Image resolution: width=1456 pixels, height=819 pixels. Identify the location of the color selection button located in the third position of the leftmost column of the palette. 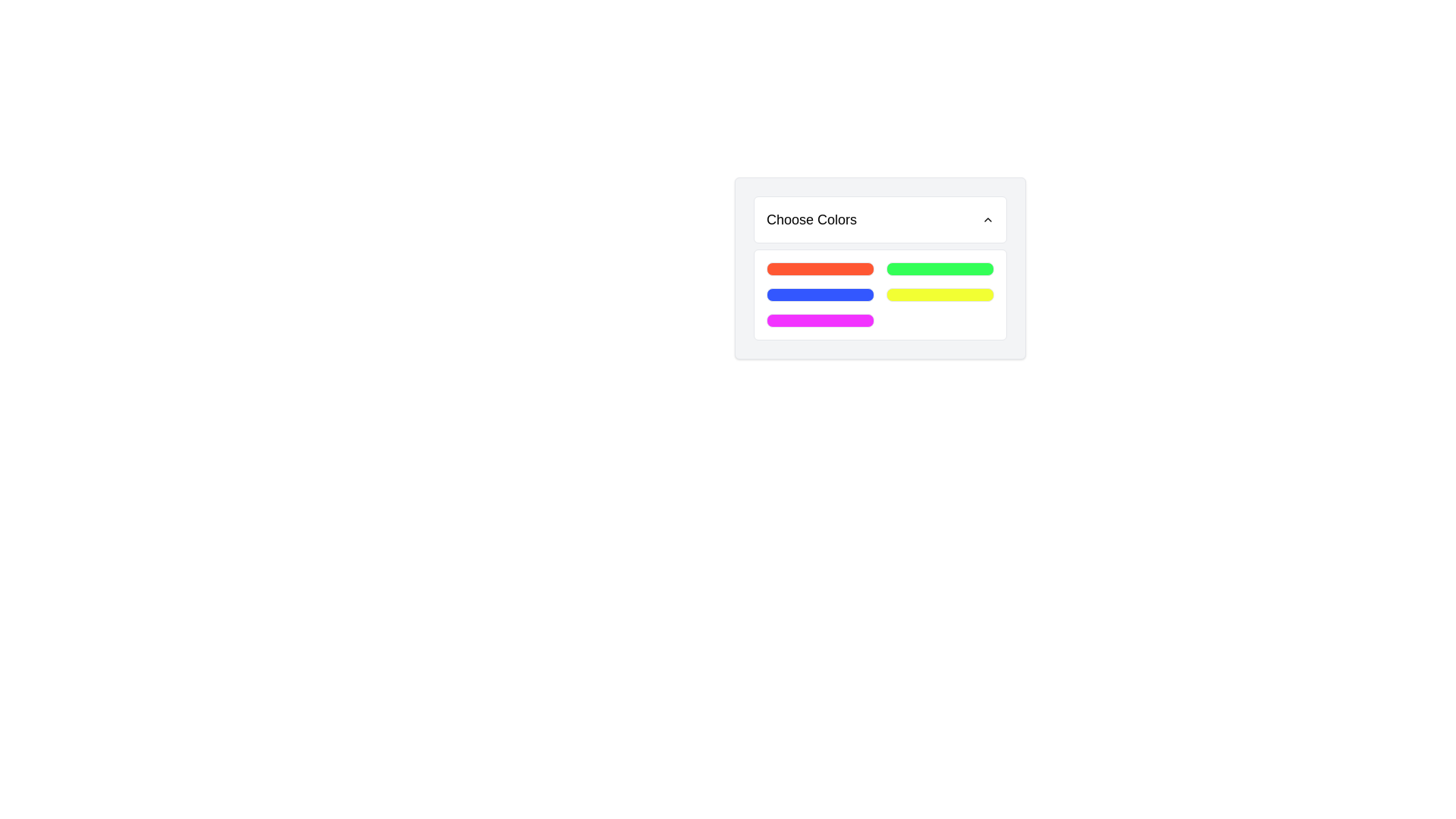
(819, 295).